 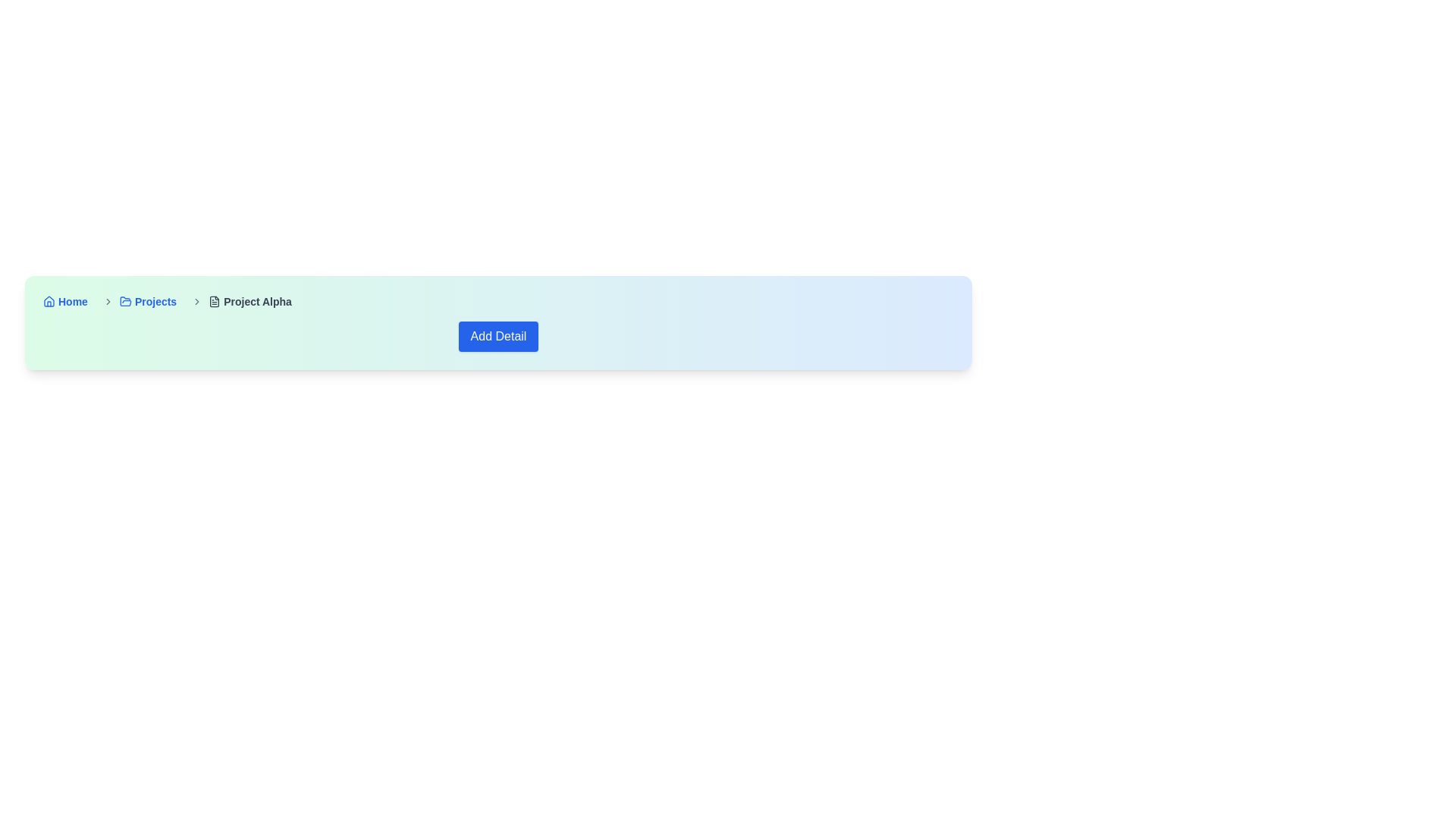 I want to click on the 'Home' clickable text link with an icon, which is the first item in the breadcrumb navigation bar, to underline the text, so click(x=64, y=301).